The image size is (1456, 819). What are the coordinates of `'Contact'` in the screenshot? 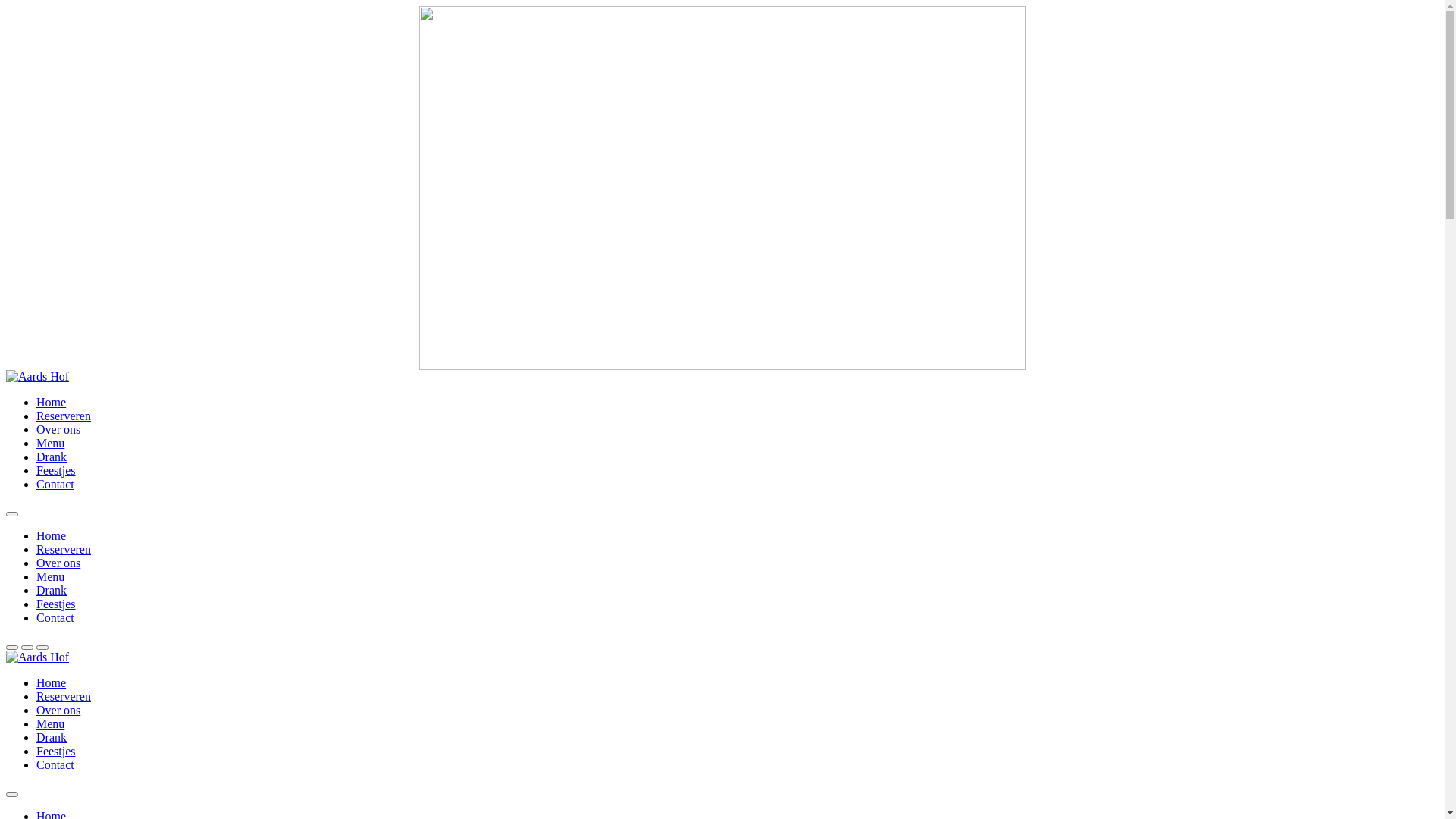 It's located at (36, 484).